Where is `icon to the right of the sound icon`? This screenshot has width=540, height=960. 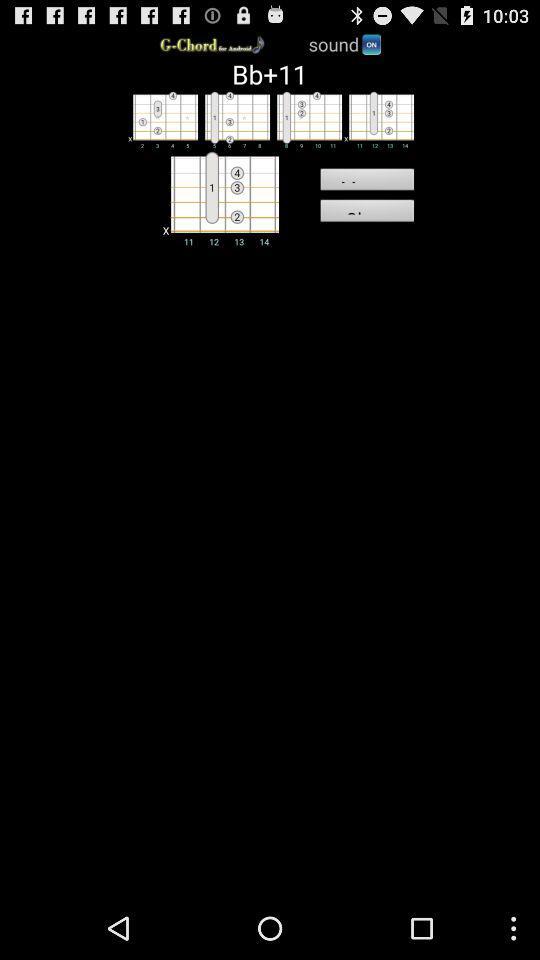 icon to the right of the sound icon is located at coordinates (370, 42).